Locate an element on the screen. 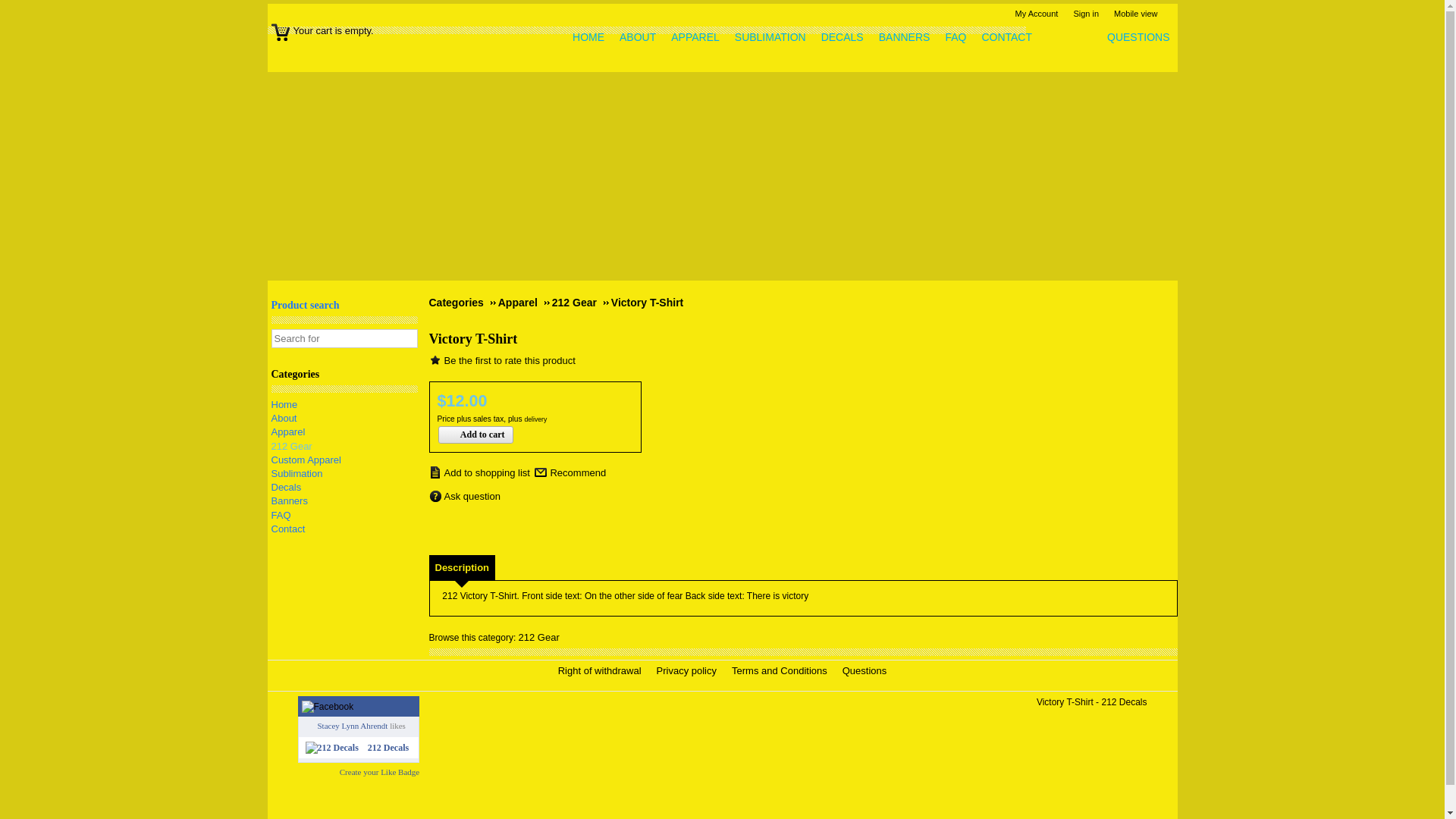 Image resolution: width=1456 pixels, height=819 pixels. 'Be the first to rate this product' is located at coordinates (502, 361).